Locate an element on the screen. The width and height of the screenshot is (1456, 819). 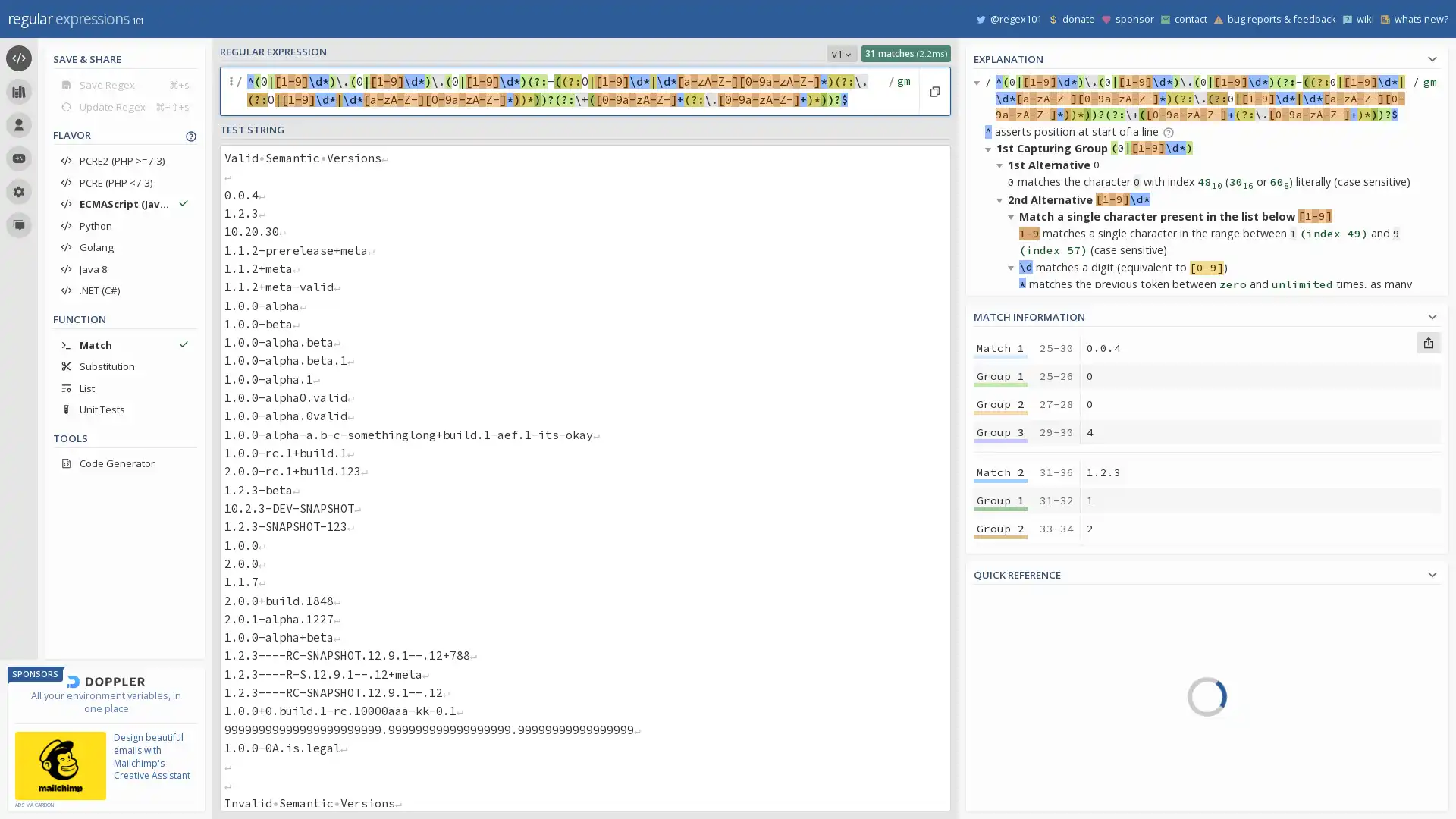
A single character of: a, b or c [abc] is located at coordinates (1282, 599).